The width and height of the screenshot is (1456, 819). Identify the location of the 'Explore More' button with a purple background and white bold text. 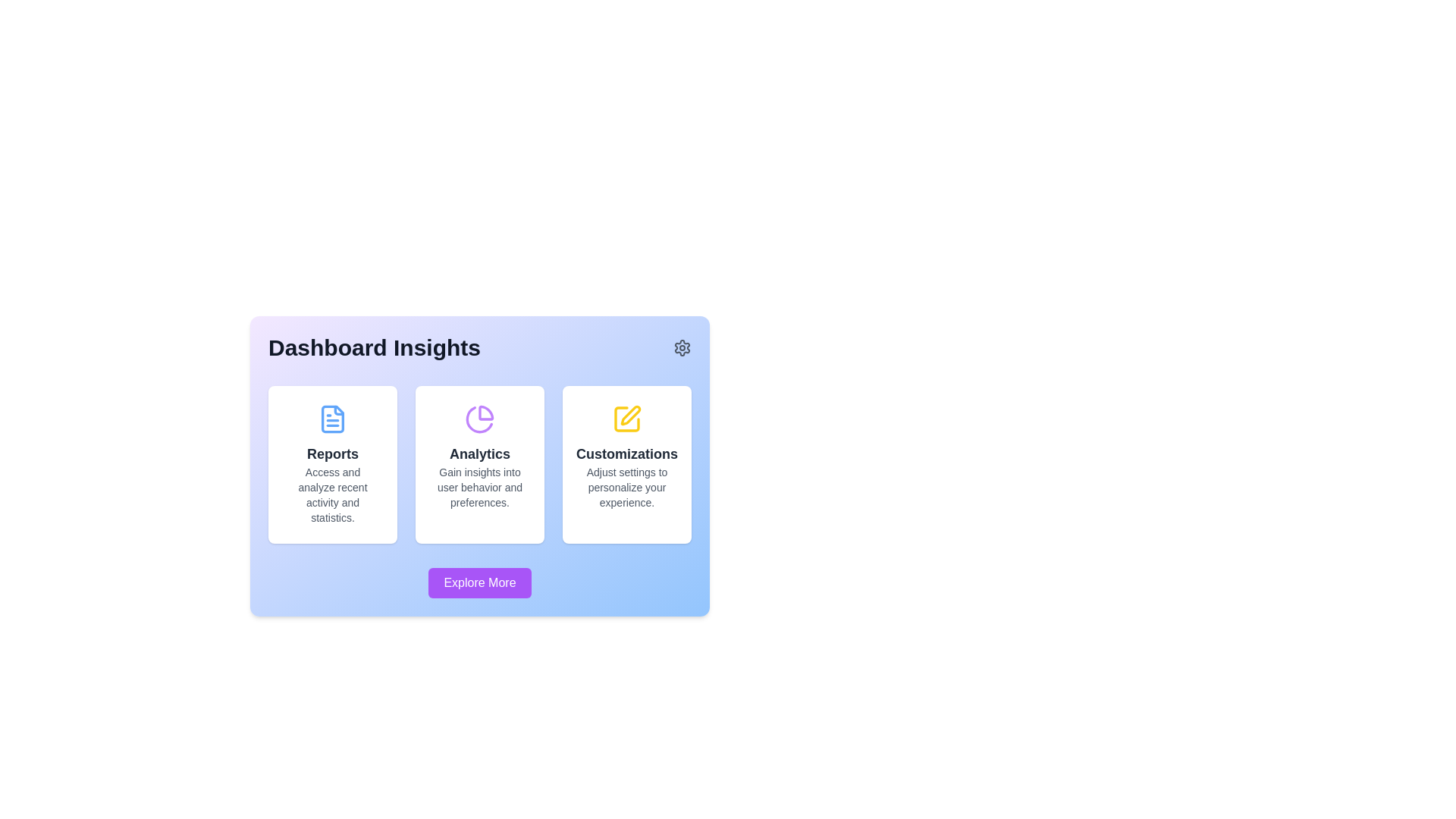
(479, 582).